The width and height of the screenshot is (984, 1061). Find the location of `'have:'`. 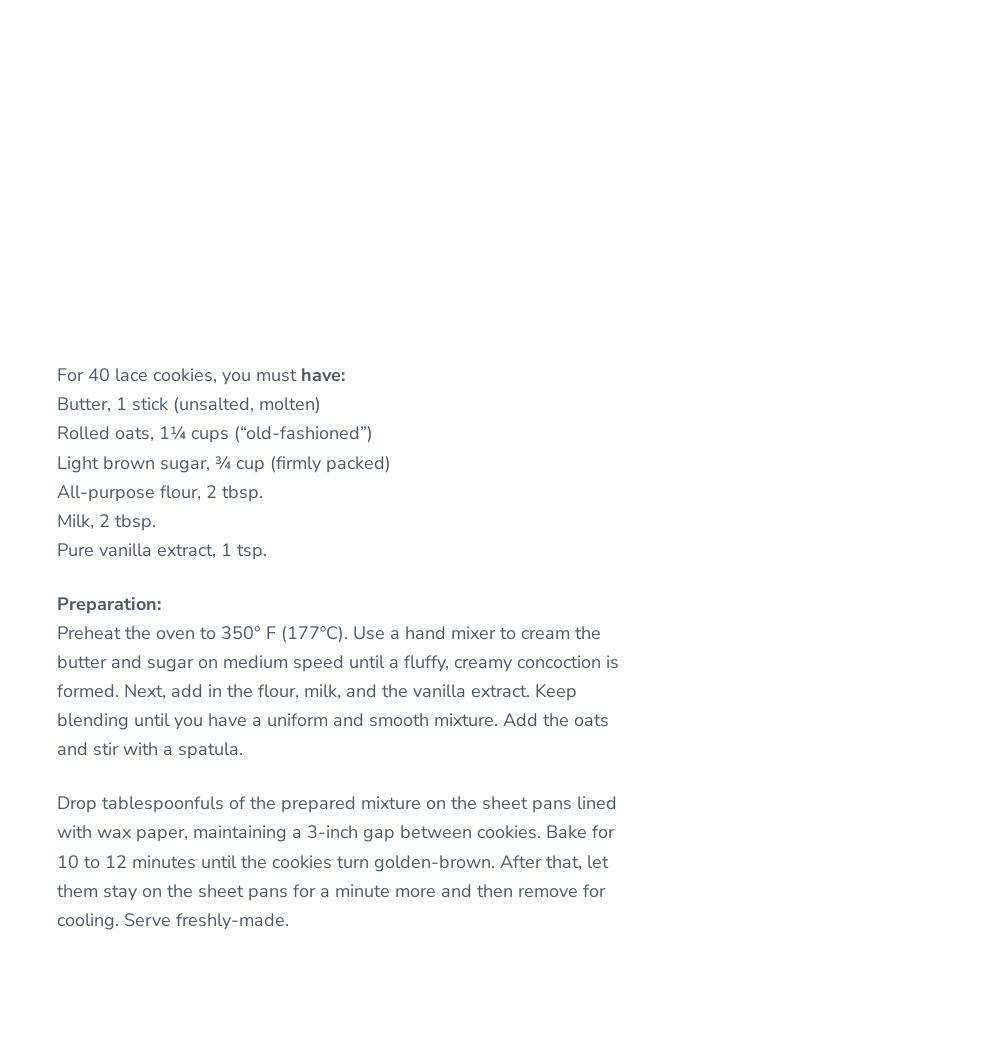

'have:' is located at coordinates (300, 374).